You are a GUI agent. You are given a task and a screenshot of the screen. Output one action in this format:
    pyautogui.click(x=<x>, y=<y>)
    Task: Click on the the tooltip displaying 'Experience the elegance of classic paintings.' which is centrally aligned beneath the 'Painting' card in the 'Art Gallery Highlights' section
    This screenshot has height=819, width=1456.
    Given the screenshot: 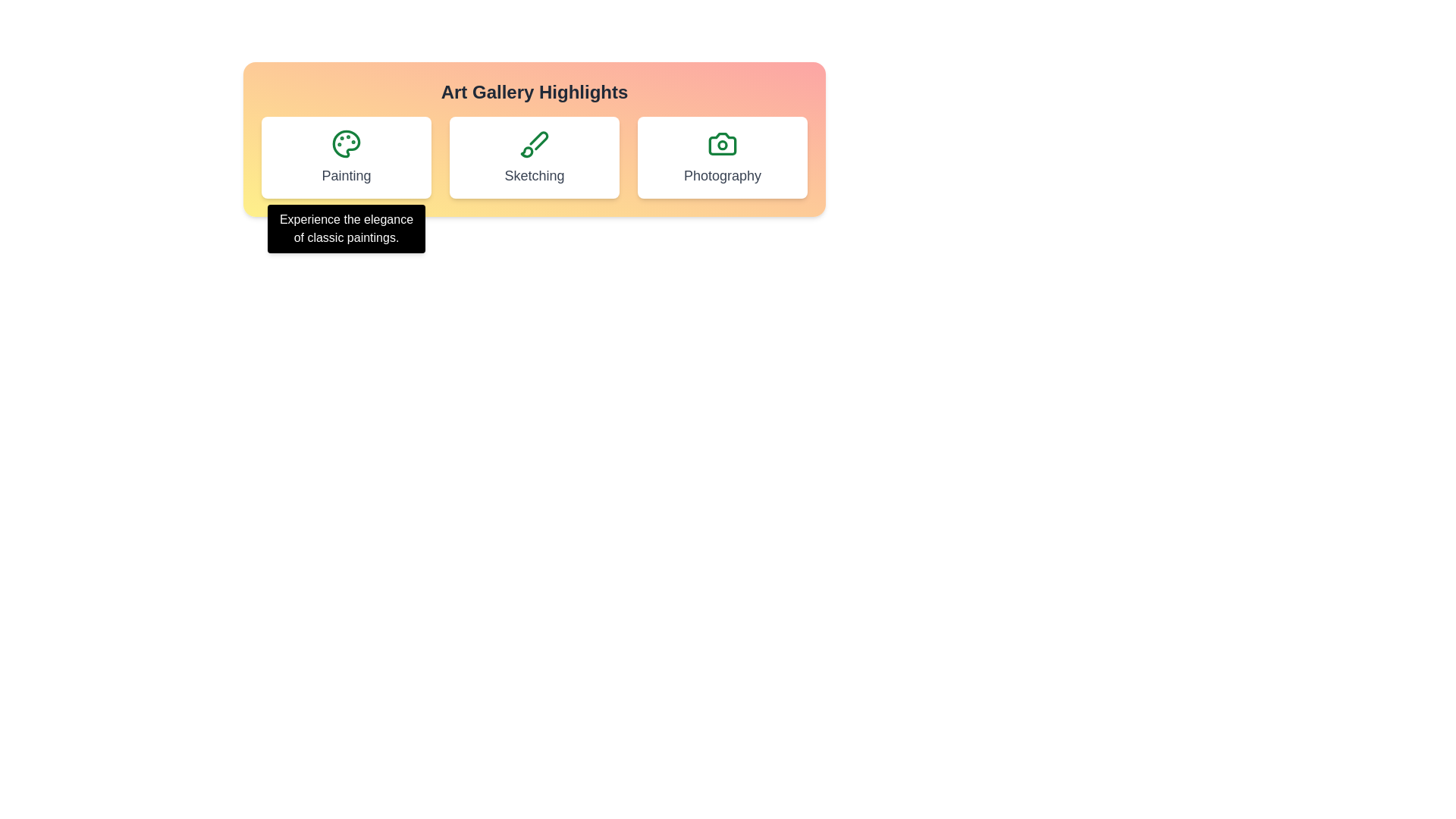 What is the action you would take?
    pyautogui.click(x=345, y=228)
    